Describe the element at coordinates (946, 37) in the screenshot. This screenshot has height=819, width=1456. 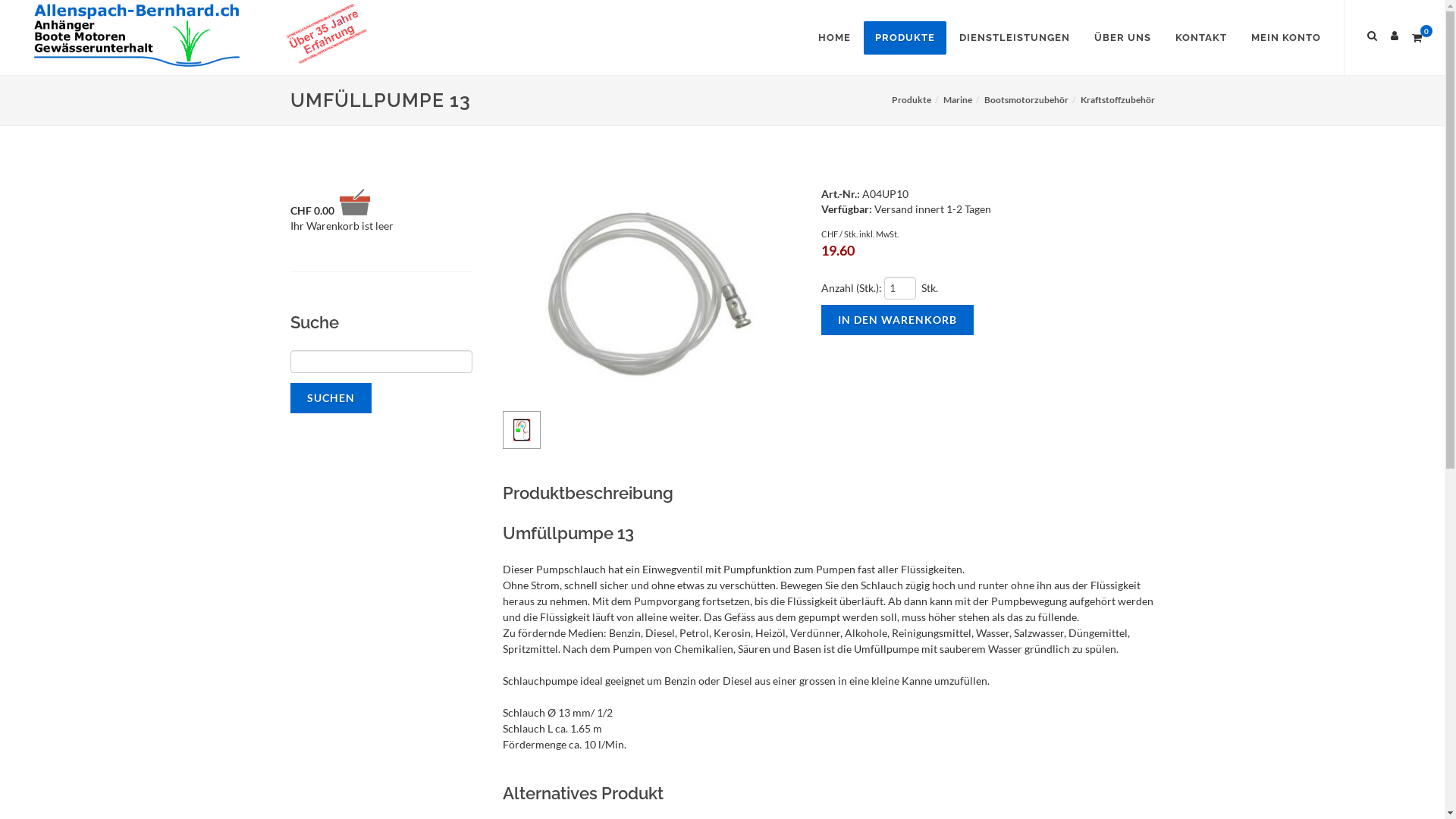
I see `'DIENSTLEISTUNGEN'` at that location.